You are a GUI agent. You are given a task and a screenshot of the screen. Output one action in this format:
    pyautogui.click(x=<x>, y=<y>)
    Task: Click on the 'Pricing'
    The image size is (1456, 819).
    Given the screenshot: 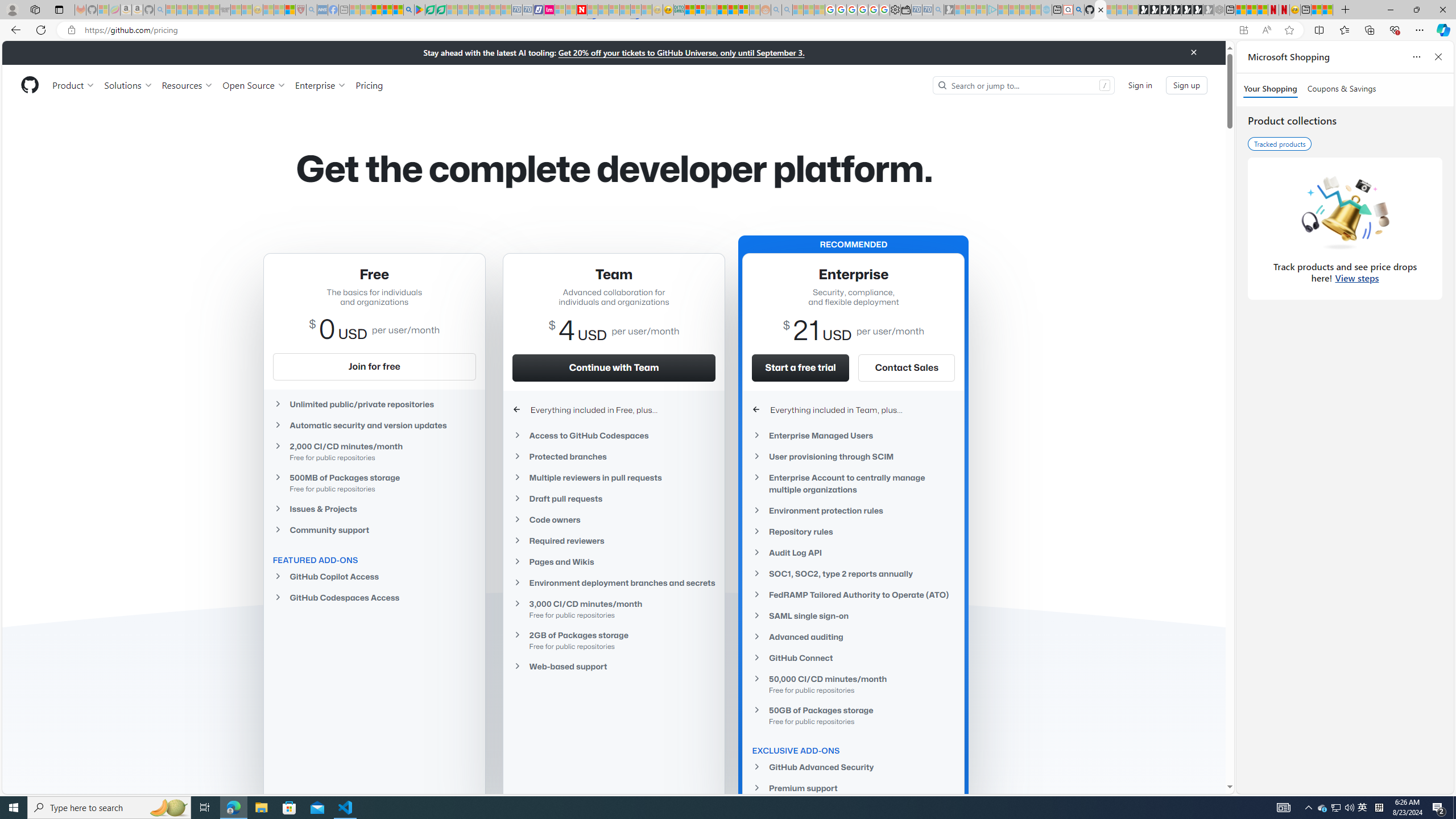 What is the action you would take?
    pyautogui.click(x=369, y=85)
    